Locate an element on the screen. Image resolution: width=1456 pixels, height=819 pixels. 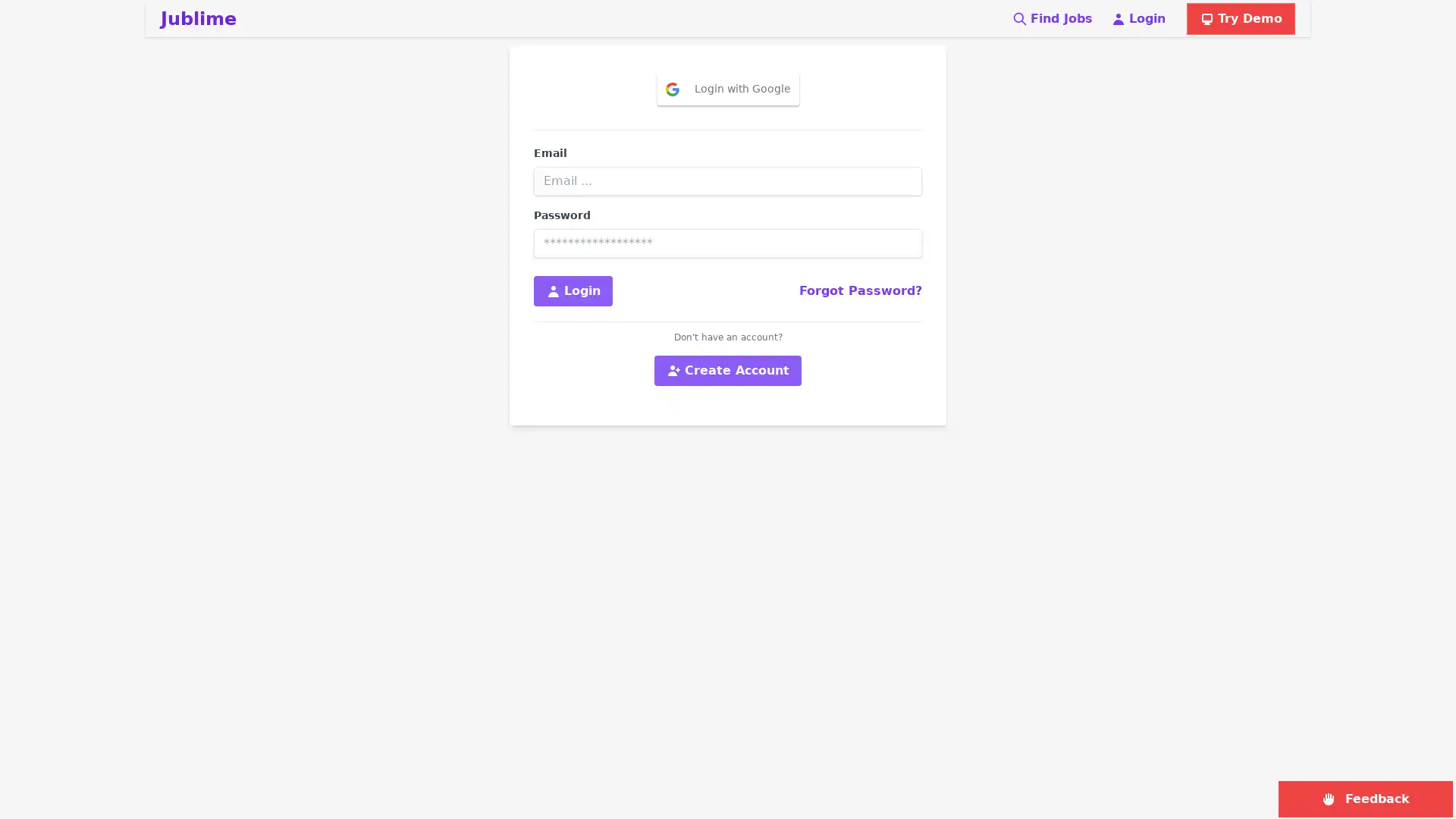
Find Jobs is located at coordinates (1051, 18).